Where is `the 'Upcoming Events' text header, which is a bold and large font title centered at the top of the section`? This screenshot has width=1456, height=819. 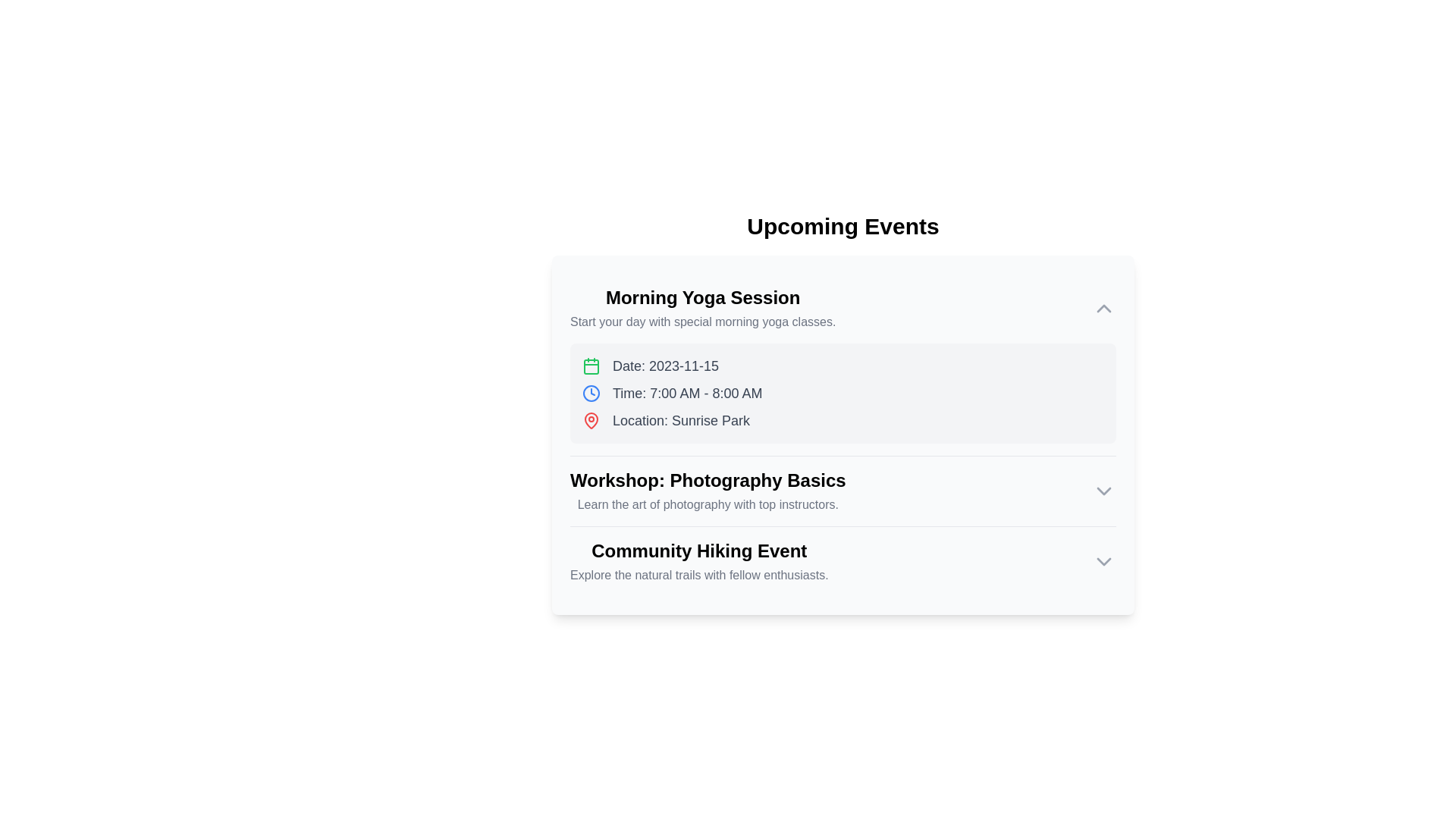 the 'Upcoming Events' text header, which is a bold and large font title centered at the top of the section is located at coordinates (843, 227).